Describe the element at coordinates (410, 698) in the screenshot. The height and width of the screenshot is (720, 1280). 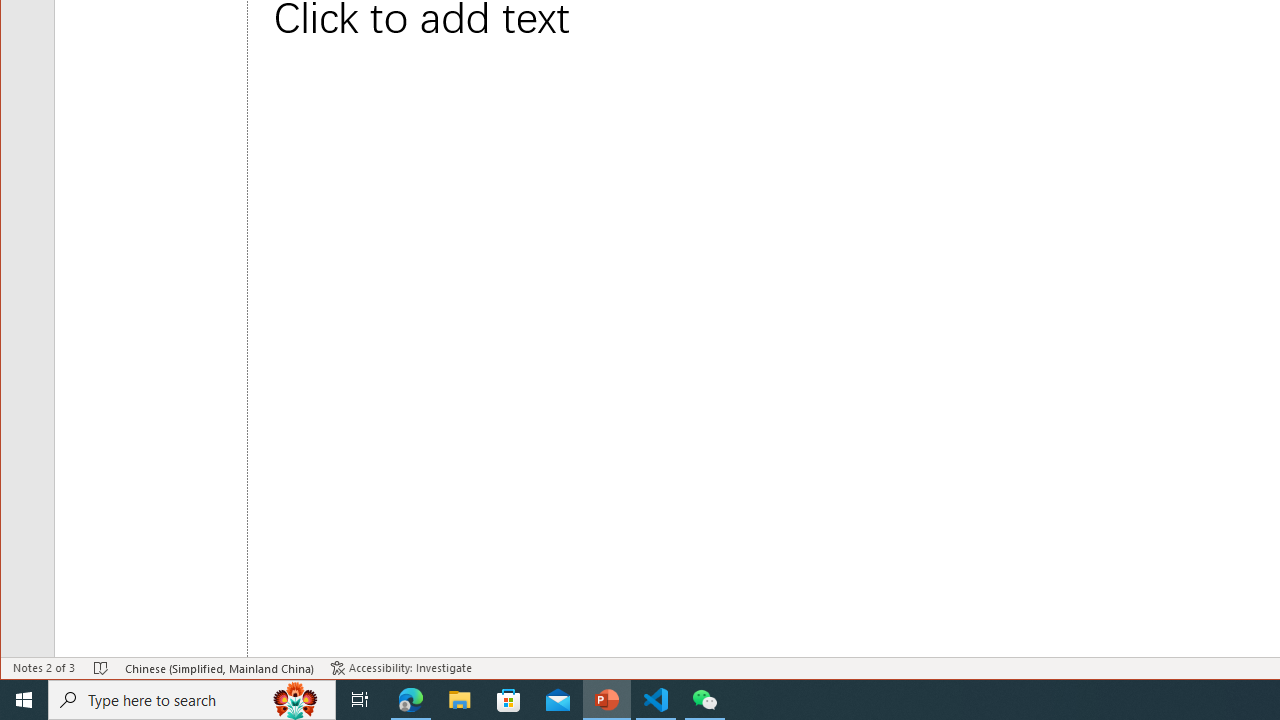
I see `'Microsoft Edge - 1 running window'` at that location.